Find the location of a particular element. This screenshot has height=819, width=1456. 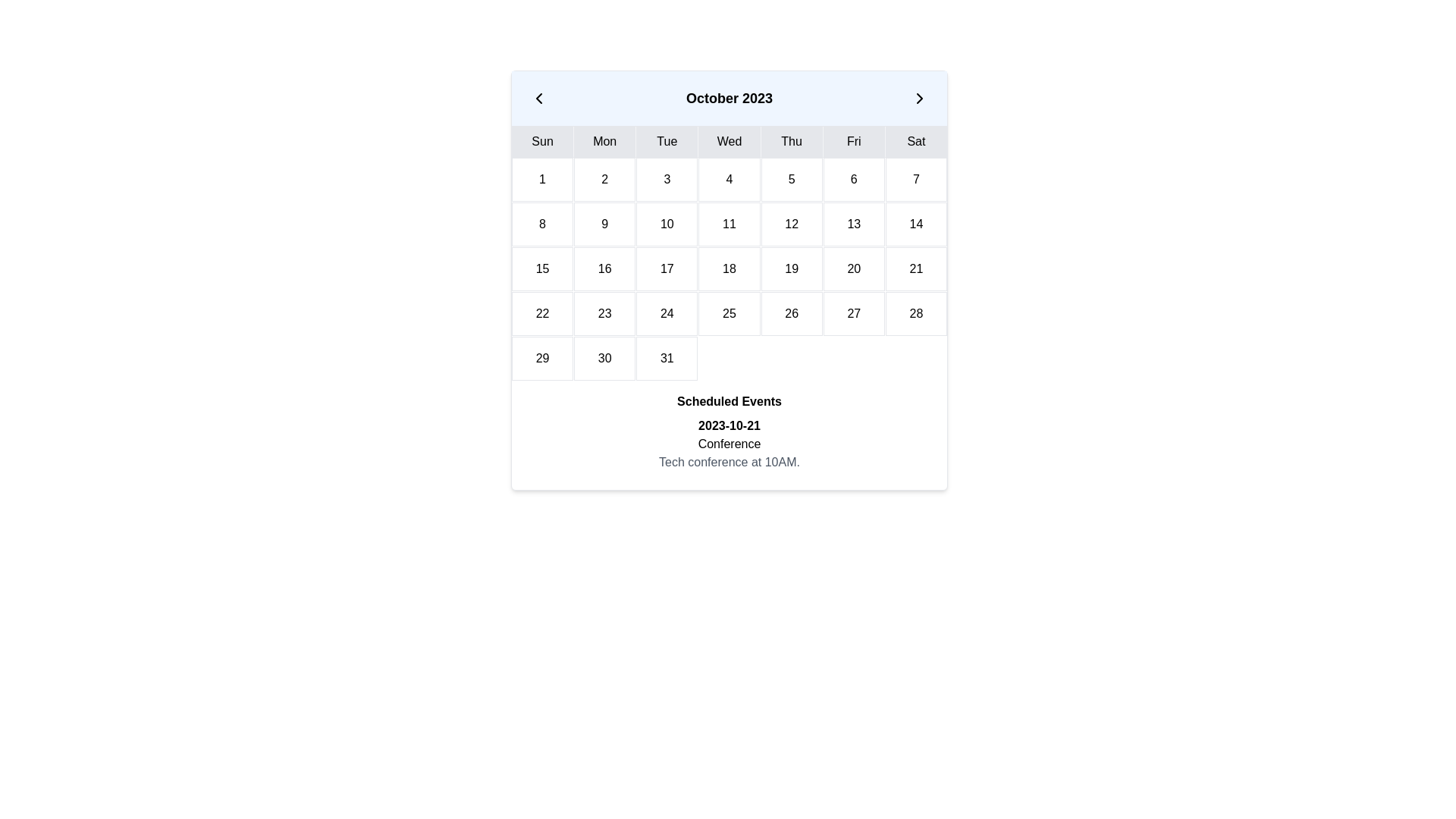

the Calendar Day Cell displaying the number '21' in black, located in the sixth row and sixth column of the calendar grid is located at coordinates (915, 268).